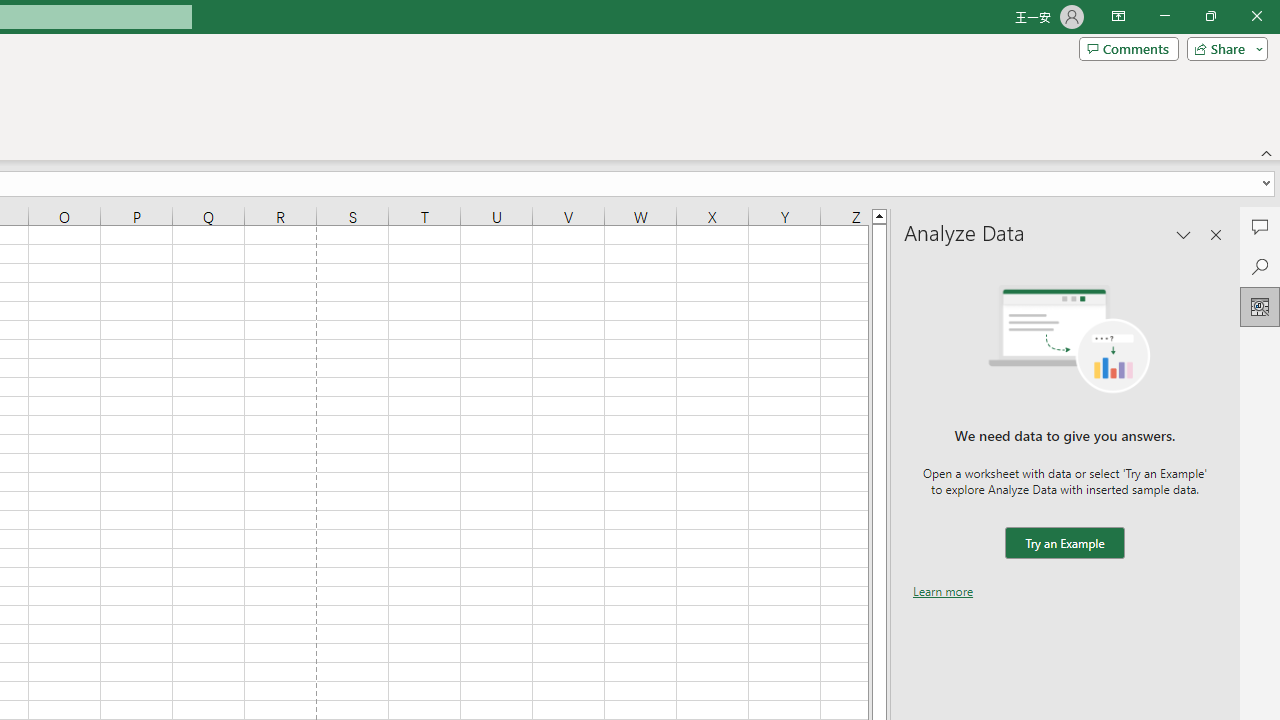 This screenshot has width=1280, height=720. Describe the element at coordinates (1184, 234) in the screenshot. I see `'Task Pane Options'` at that location.